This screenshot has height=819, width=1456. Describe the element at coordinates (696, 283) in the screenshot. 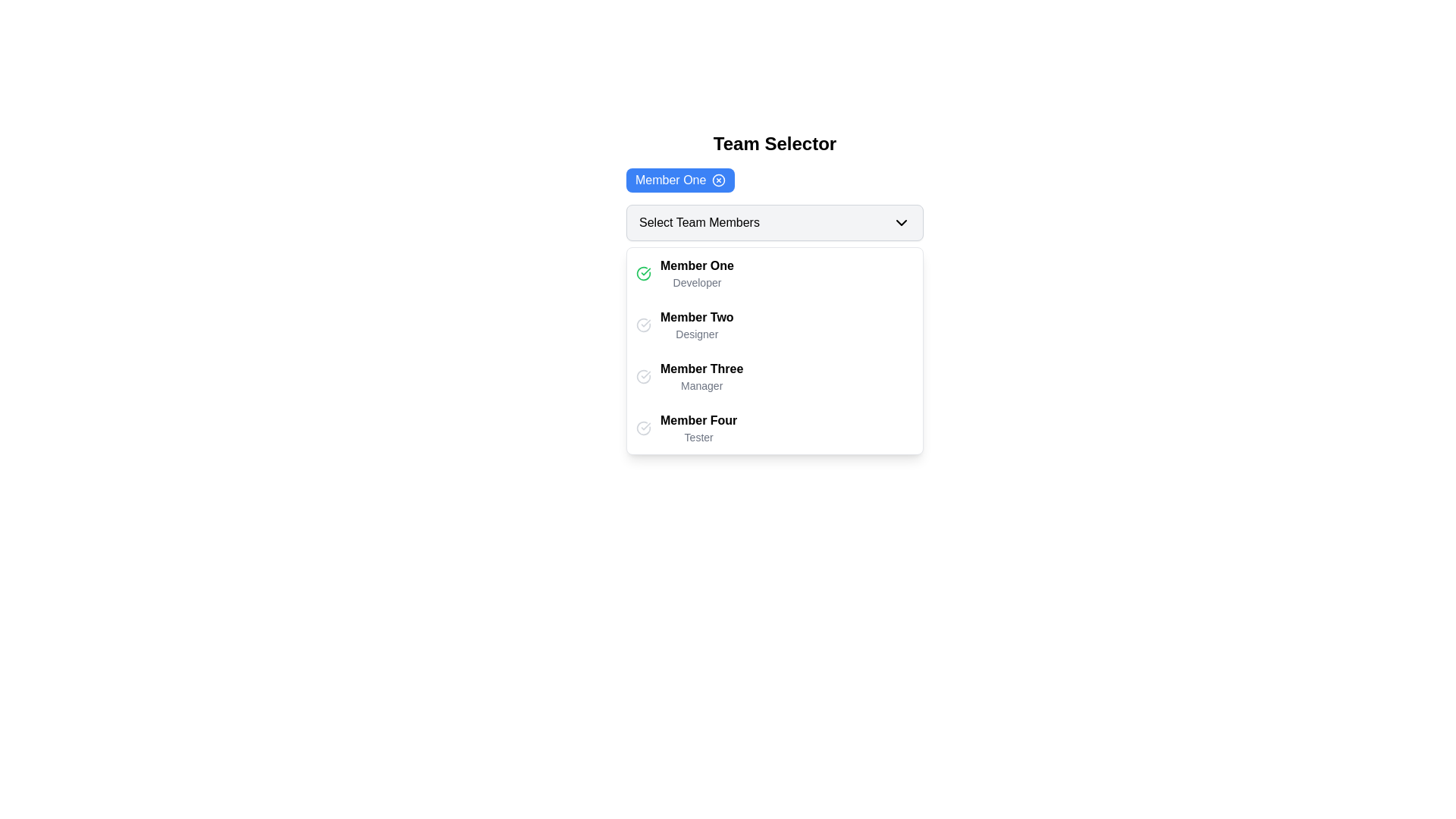

I see `the text label that provides additional information about the role of 'Member One', located directly below the name in the dropdown menu` at that location.